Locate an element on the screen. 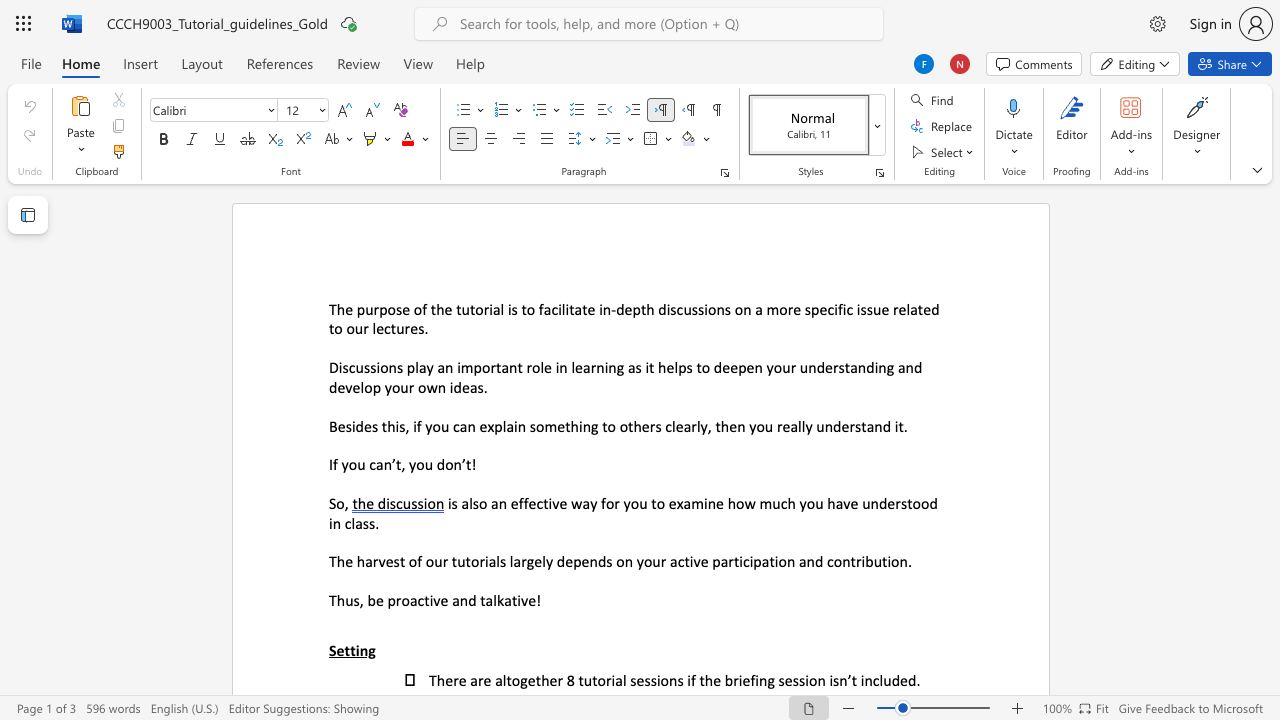 This screenshot has width=1280, height=720. the 1th character "l" in the text is located at coordinates (562, 309).